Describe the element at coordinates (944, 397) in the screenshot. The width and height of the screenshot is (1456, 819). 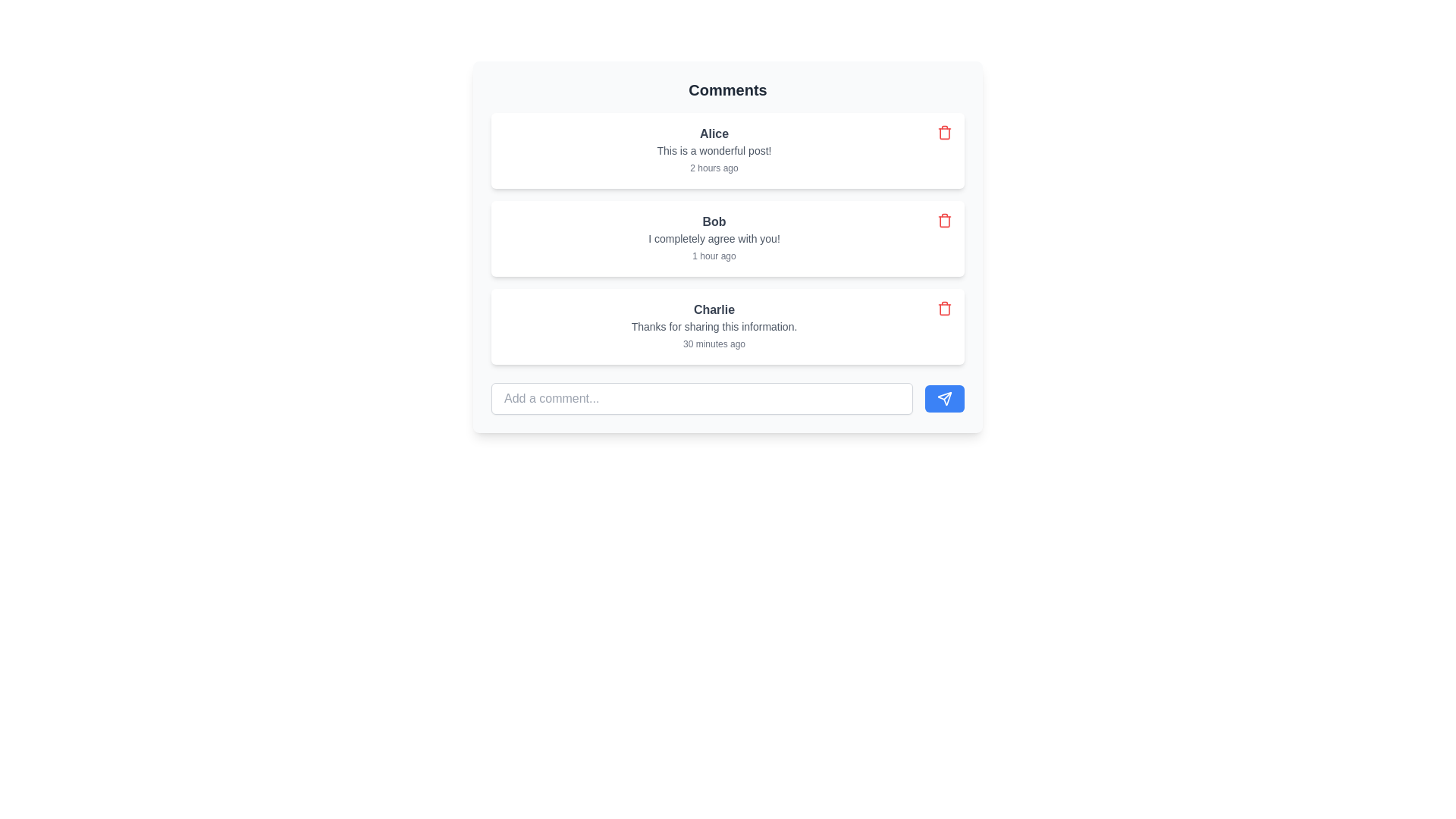
I see `the 'send' button icon located at the bottom-right corner of the interface` at that location.